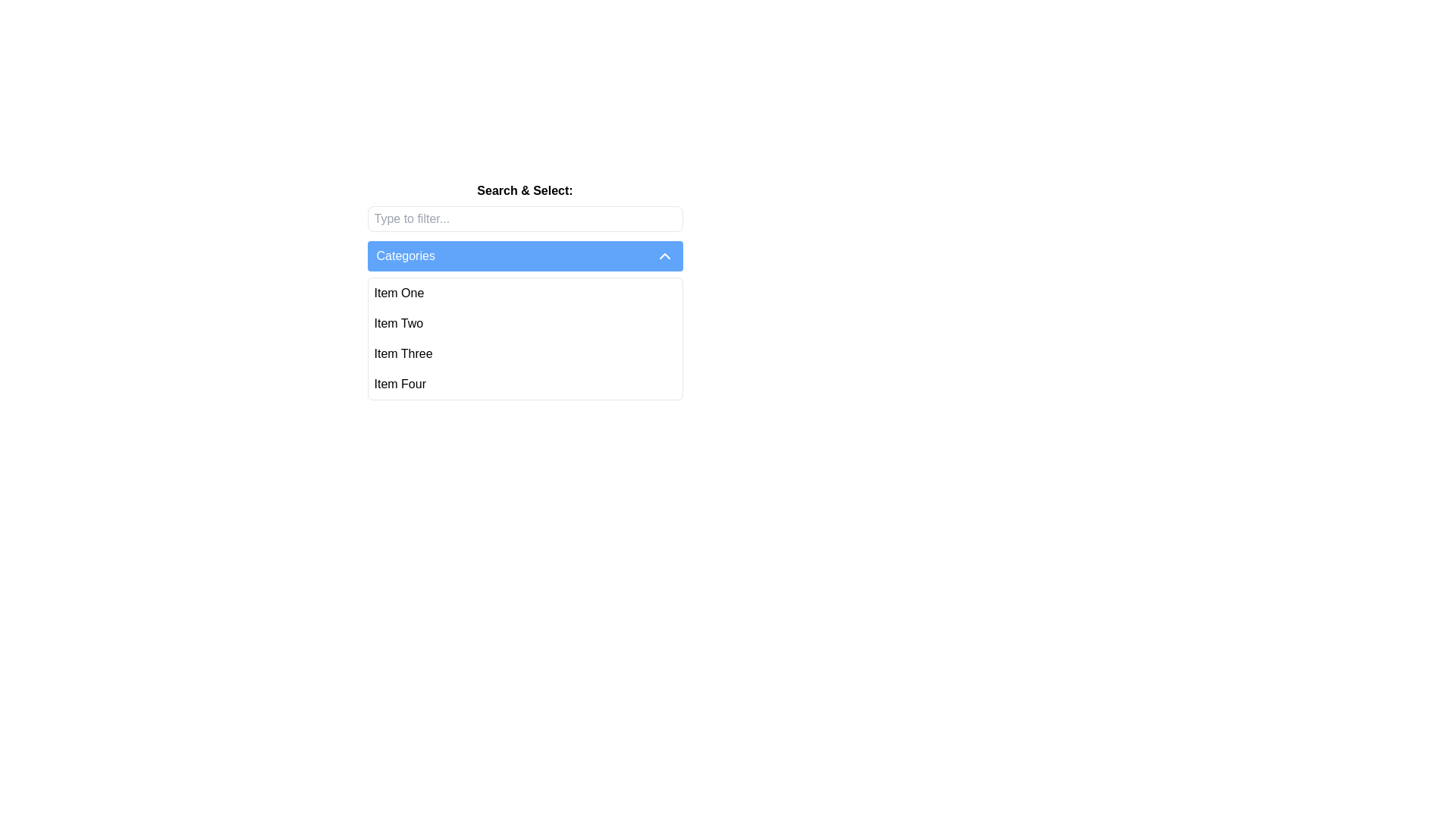 The image size is (1456, 819). What do you see at coordinates (664, 256) in the screenshot?
I see `the upward-pointing chevron icon button with a white outline on a blue background, located at the top-right corner of the 'Categories' header` at bounding box center [664, 256].